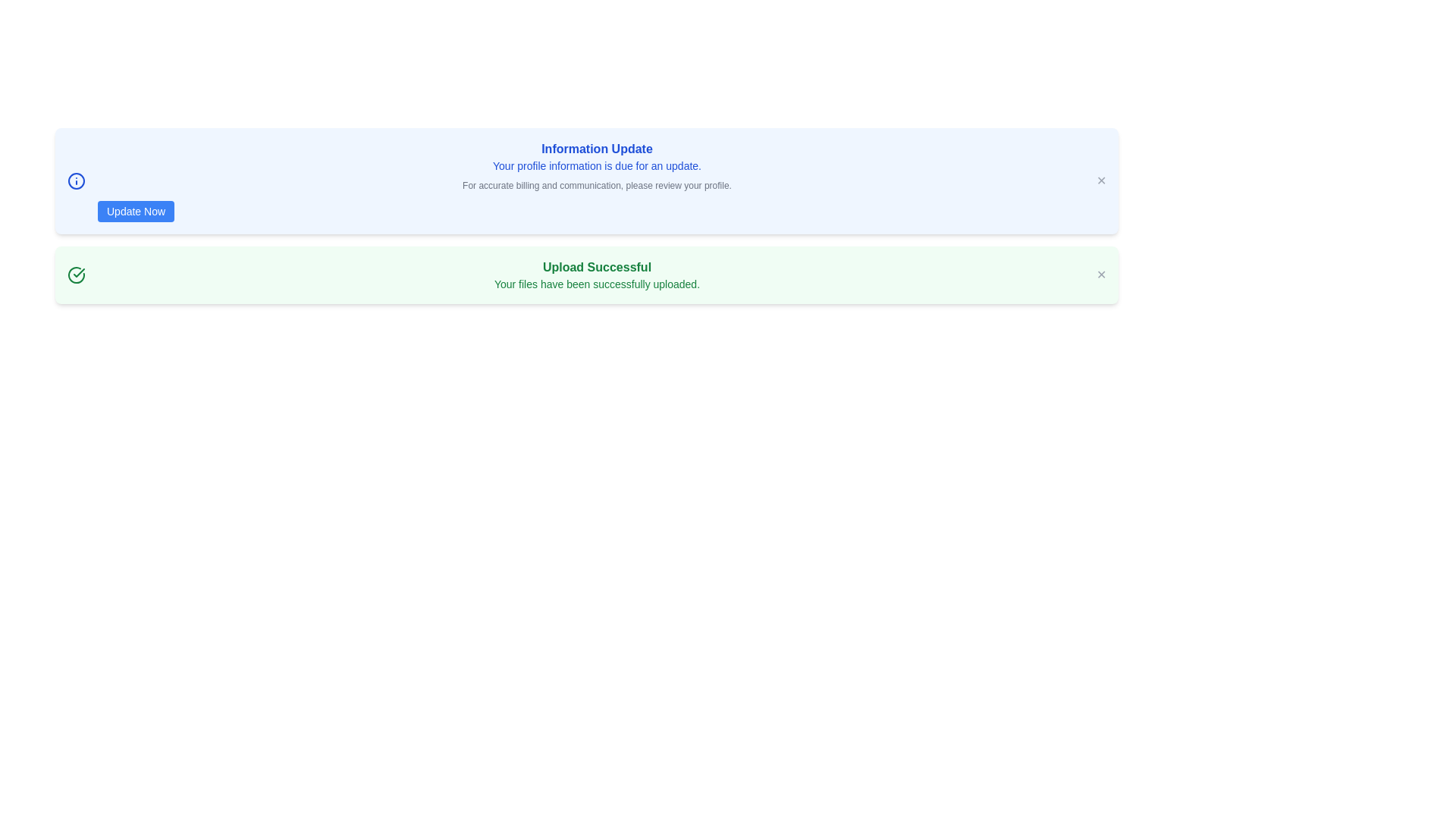 The width and height of the screenshot is (1456, 819). I want to click on the static text component that confirms the successful file upload, which is located in the center of a light green notification box, so click(596, 275).